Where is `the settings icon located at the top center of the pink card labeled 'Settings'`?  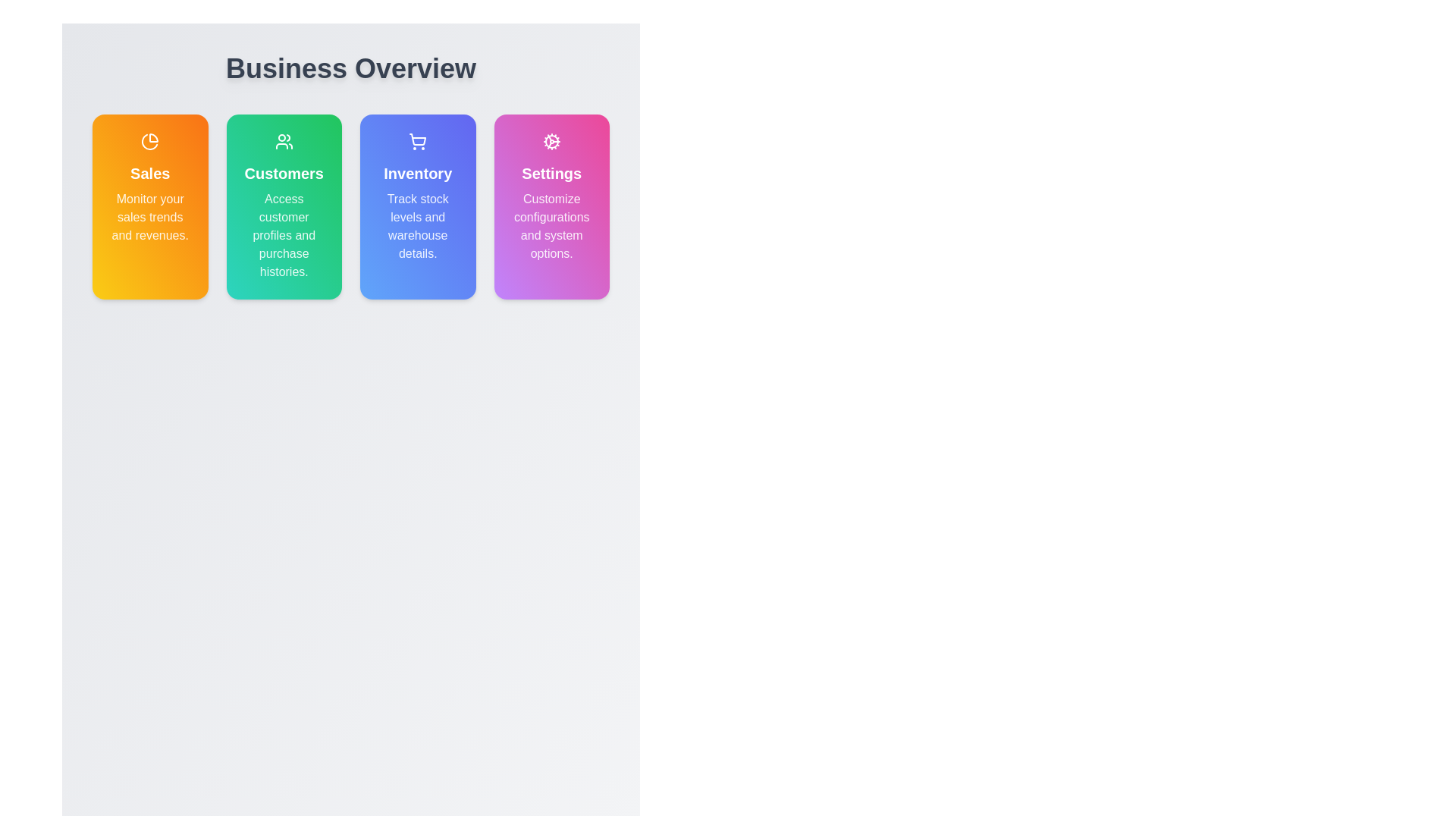 the settings icon located at the top center of the pink card labeled 'Settings' is located at coordinates (551, 141).